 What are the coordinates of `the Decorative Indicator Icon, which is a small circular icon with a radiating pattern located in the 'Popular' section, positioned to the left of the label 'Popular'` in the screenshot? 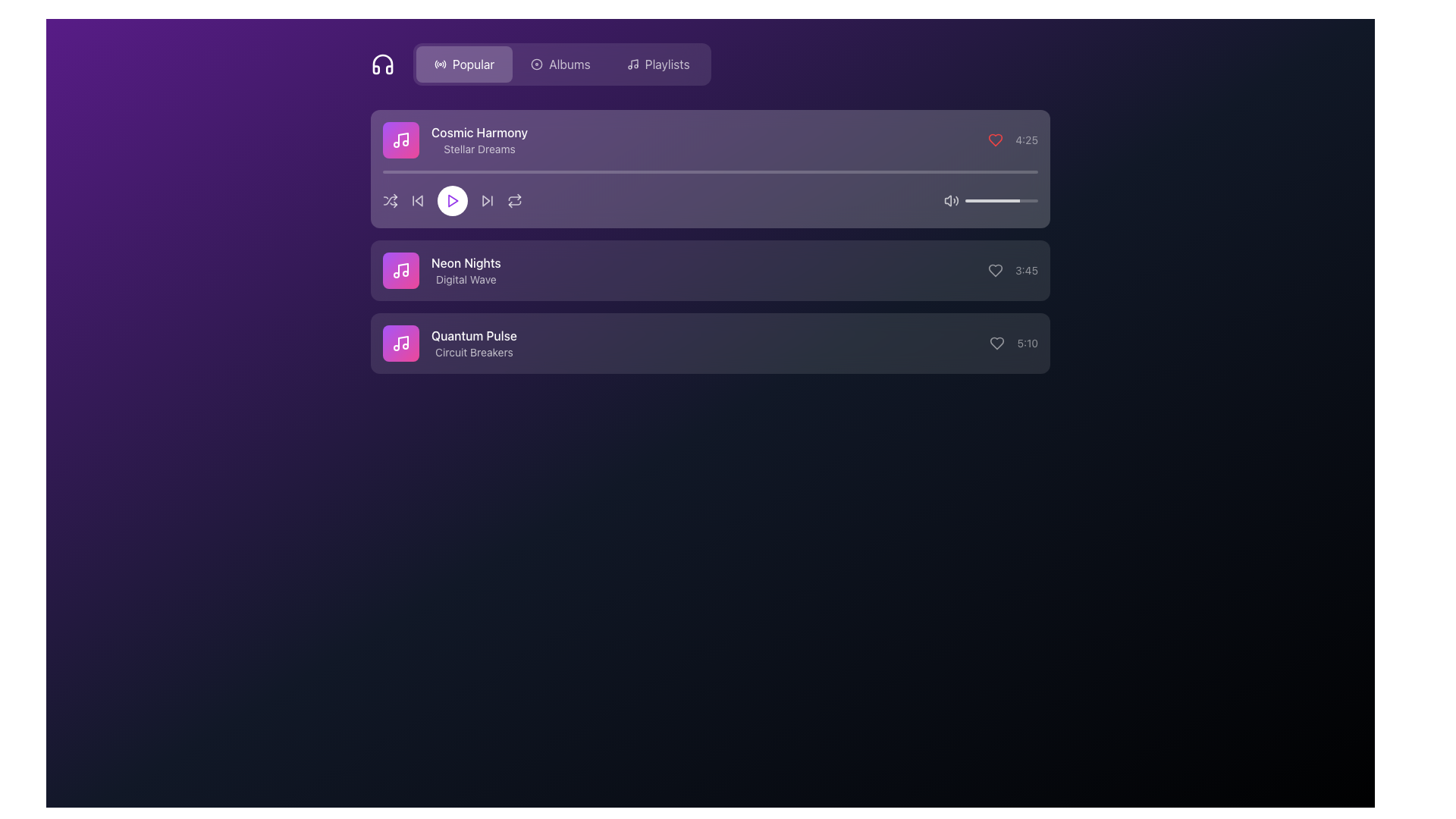 It's located at (439, 63).